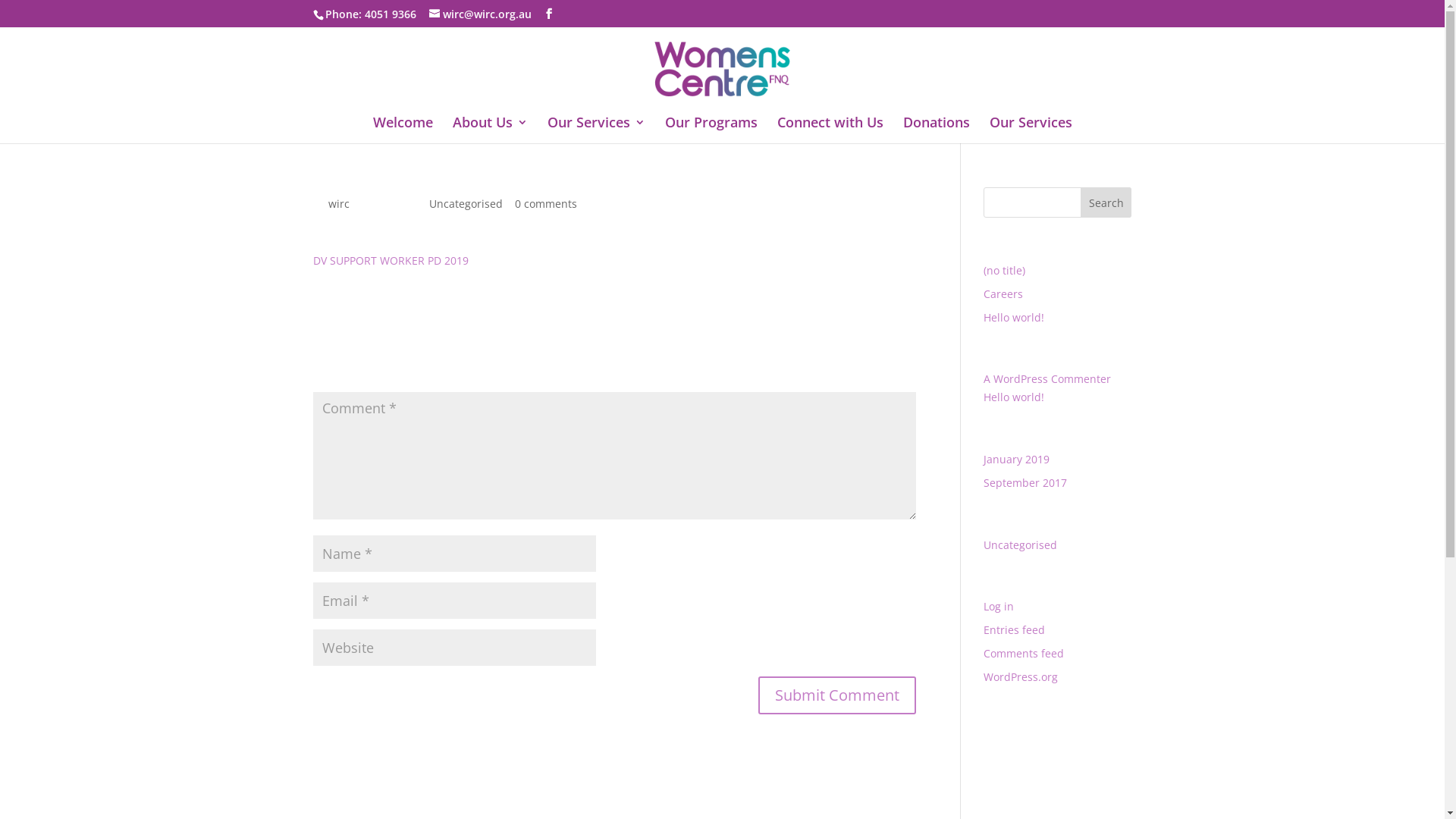 This screenshot has height=819, width=1456. I want to click on 'January 2019', so click(1016, 458).